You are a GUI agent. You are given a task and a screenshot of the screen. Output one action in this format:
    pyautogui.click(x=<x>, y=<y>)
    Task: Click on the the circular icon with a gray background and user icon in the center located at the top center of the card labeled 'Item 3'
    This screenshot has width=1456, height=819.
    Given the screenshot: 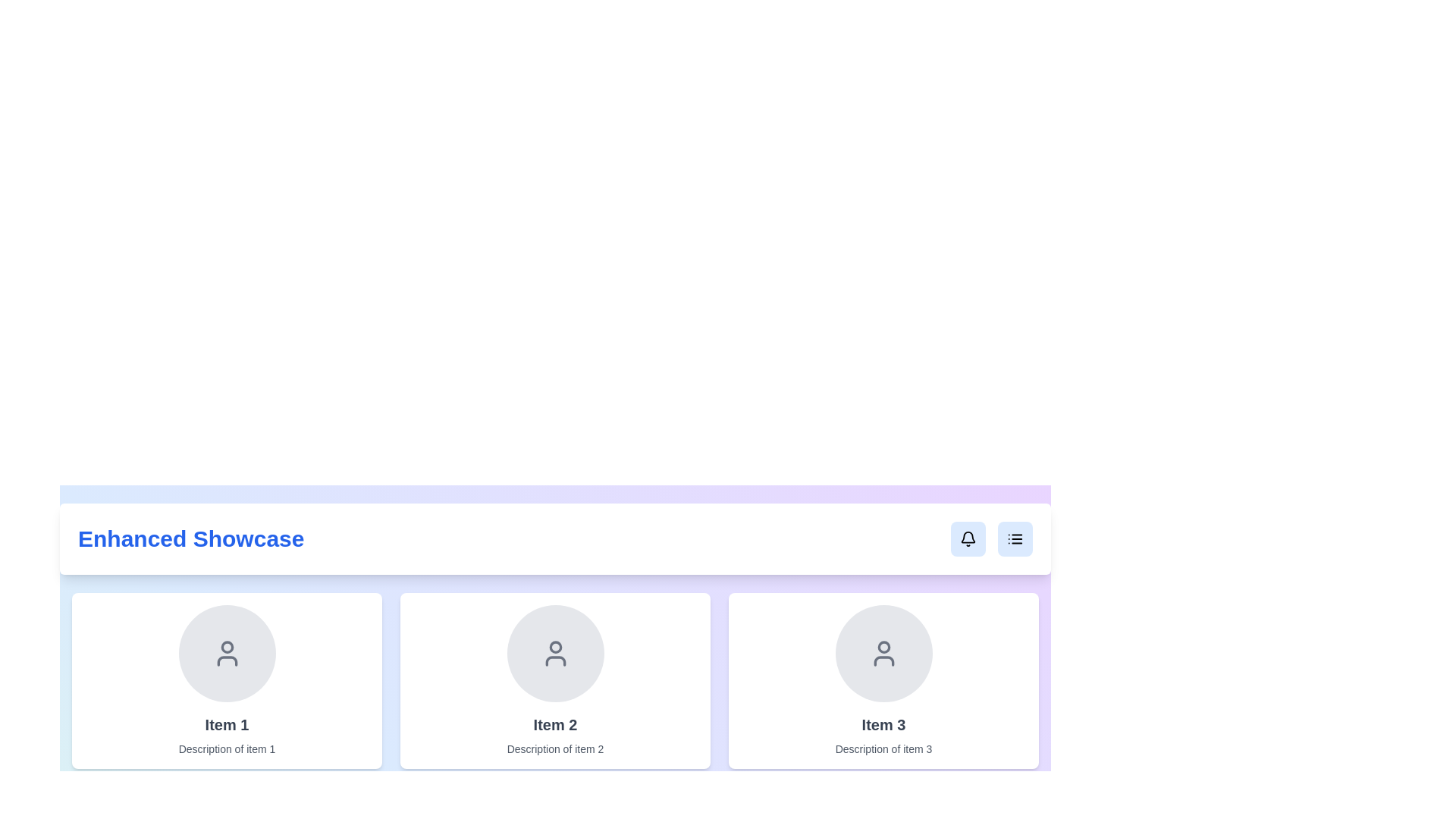 What is the action you would take?
    pyautogui.click(x=883, y=652)
    